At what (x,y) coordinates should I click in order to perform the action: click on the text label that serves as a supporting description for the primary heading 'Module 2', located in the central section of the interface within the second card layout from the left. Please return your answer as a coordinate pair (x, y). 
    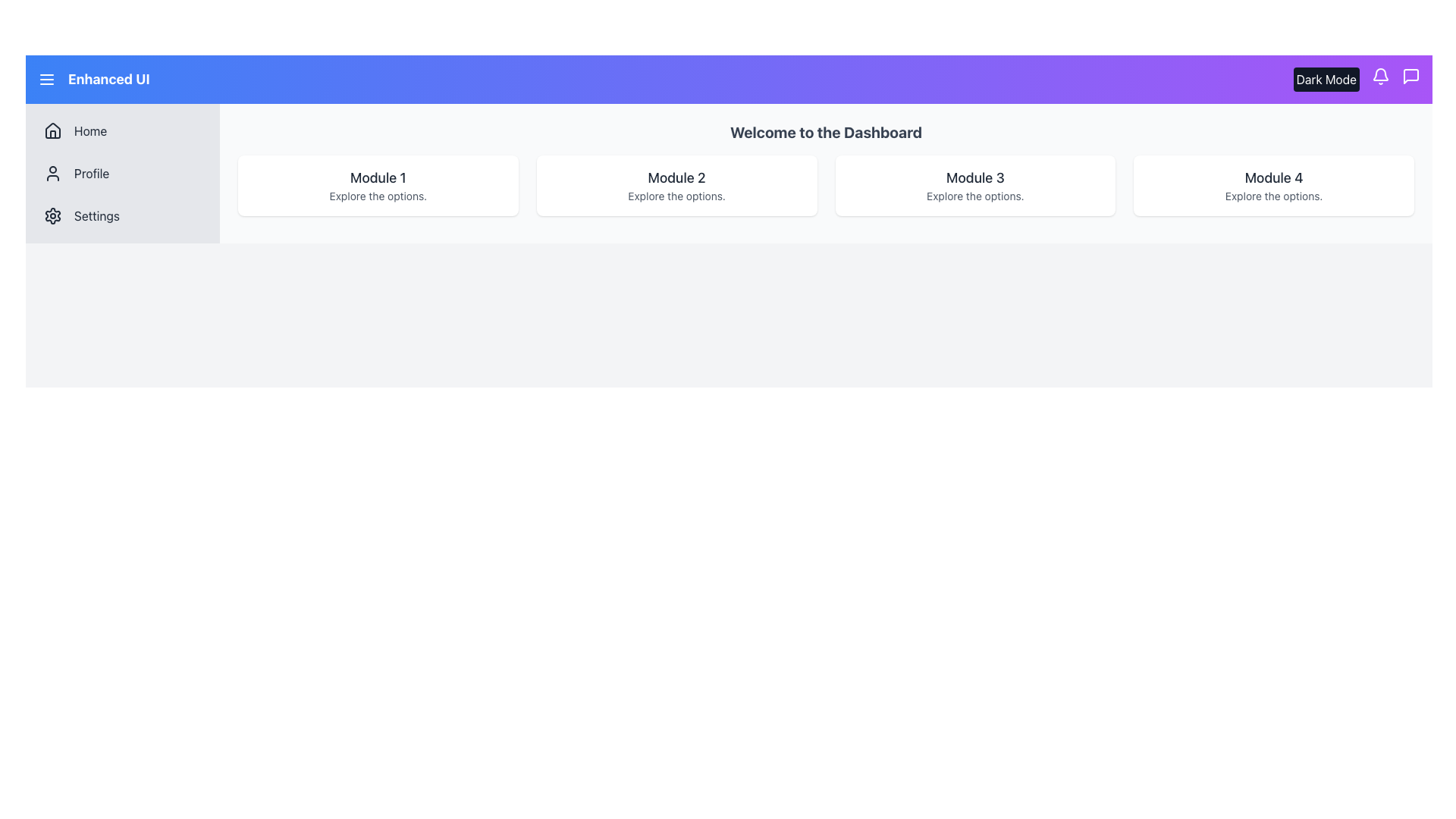
    Looking at the image, I should click on (676, 195).